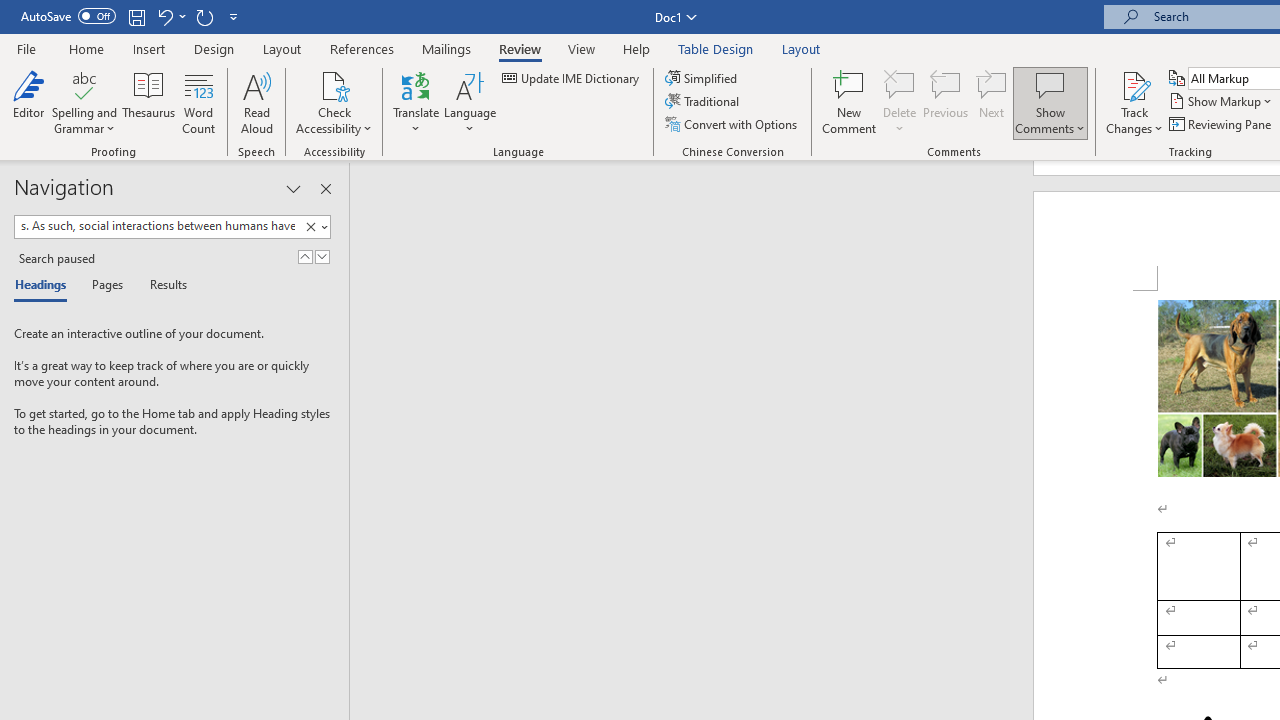 The height and width of the screenshot is (720, 1280). Describe the element at coordinates (1221, 101) in the screenshot. I see `'Show Markup'` at that location.